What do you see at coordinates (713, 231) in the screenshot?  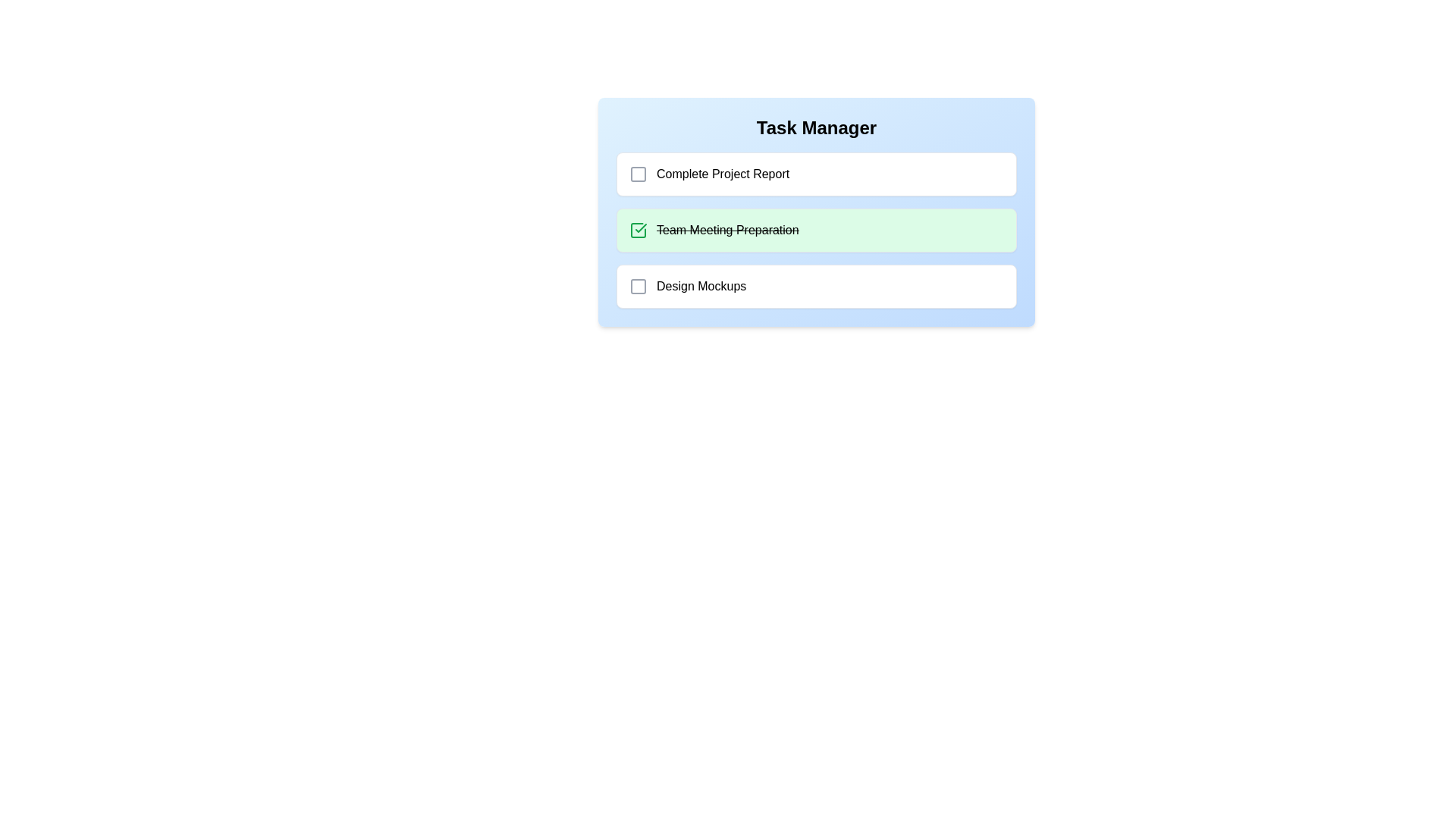 I see `the completed task text label, which is the second entry in the task manager list, indicated by its strikethrough and green background` at bounding box center [713, 231].